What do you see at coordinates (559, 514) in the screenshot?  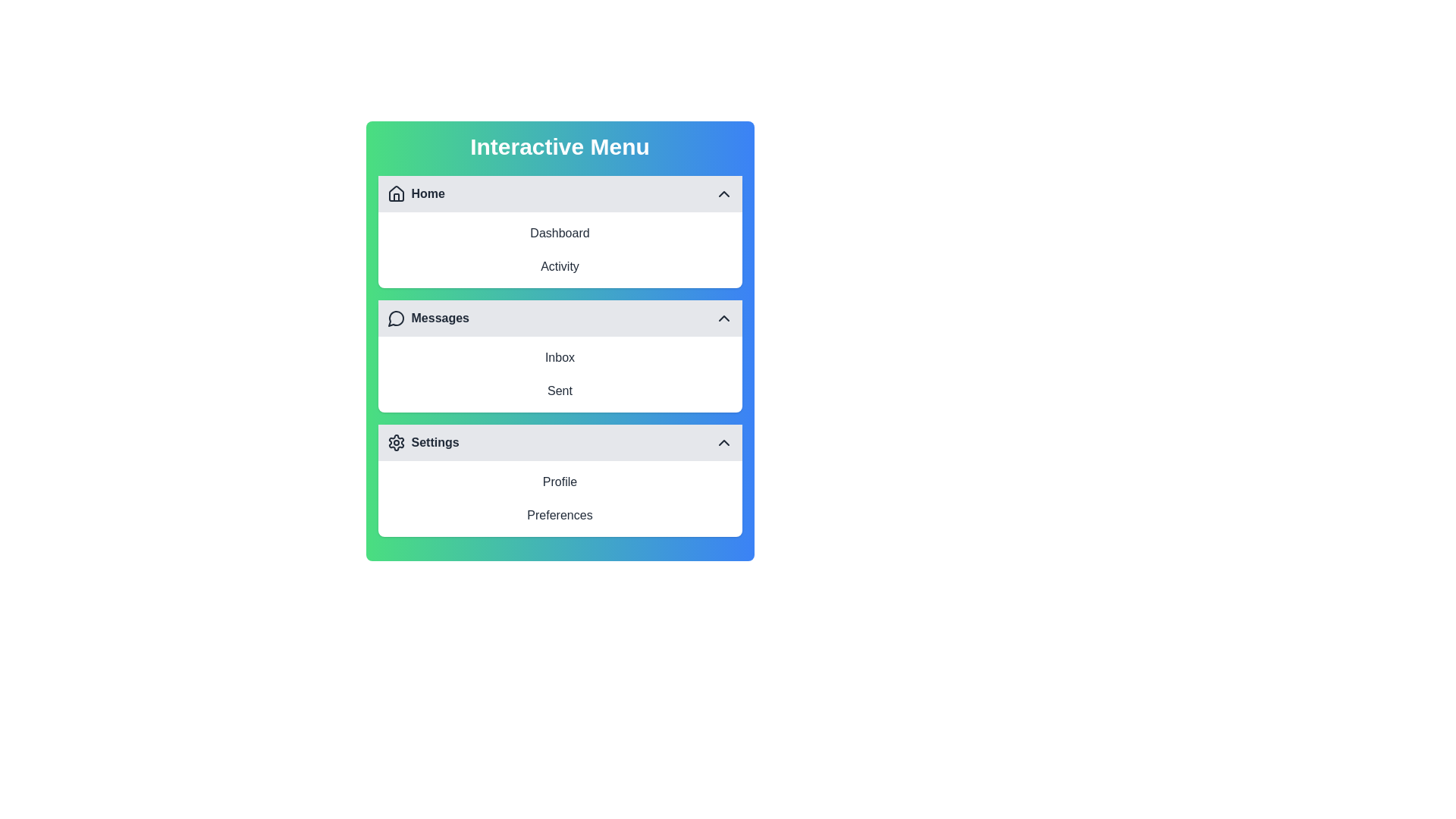 I see `the menu item corresponding to Preferences to select it` at bounding box center [559, 514].